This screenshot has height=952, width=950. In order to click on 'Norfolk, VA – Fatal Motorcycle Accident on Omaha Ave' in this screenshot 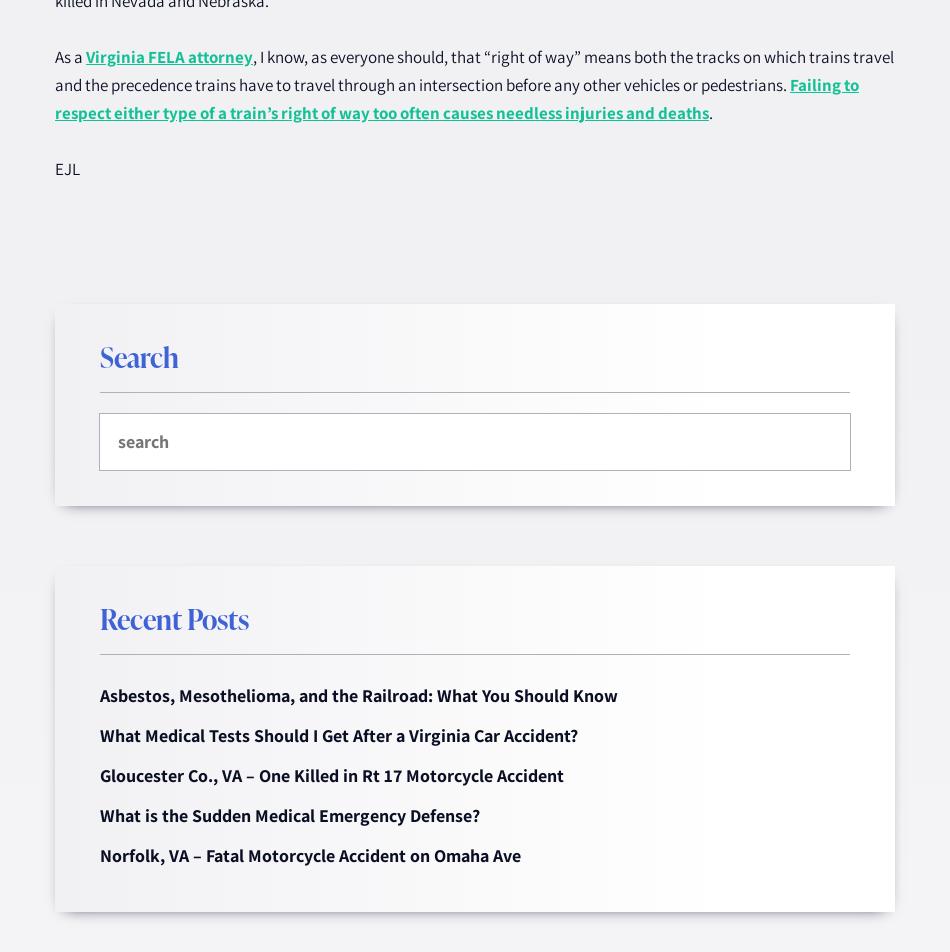, I will do `click(100, 854)`.